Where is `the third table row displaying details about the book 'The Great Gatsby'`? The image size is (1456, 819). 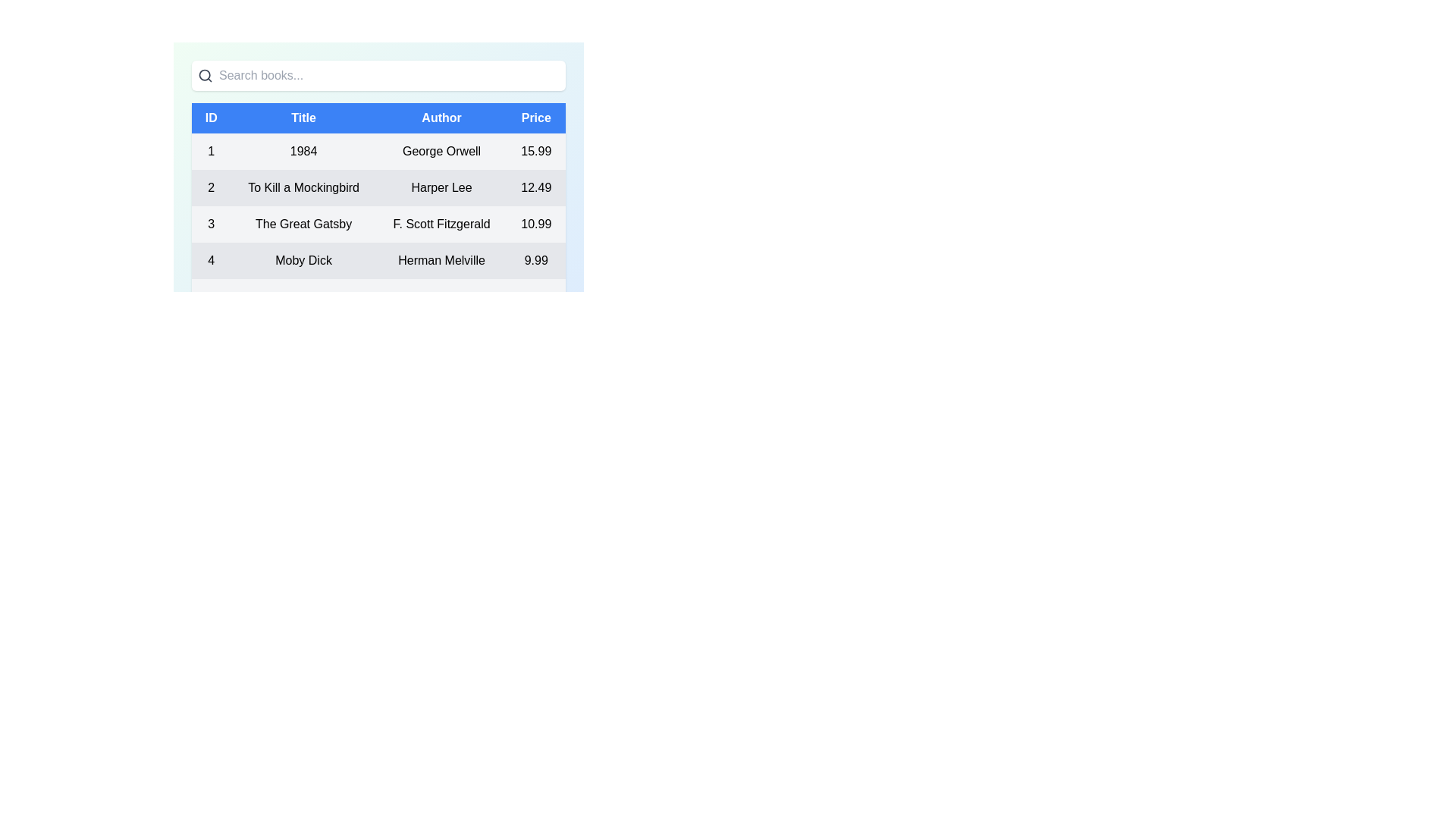 the third table row displaying details about the book 'The Great Gatsby' is located at coordinates (378, 224).